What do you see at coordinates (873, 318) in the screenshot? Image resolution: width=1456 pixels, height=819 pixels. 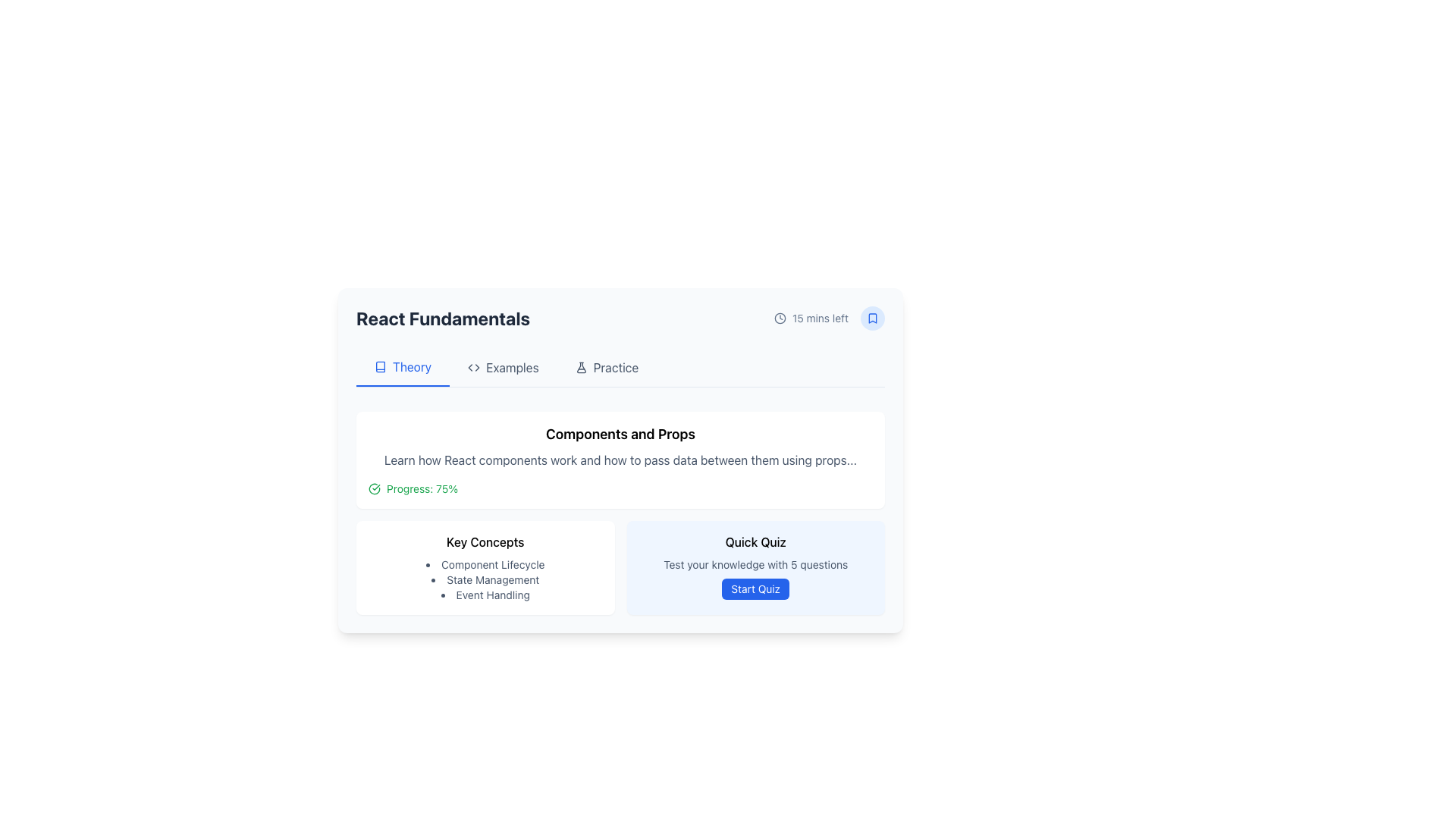 I see `the round light blue button with a blue bookmark icon located in the top-right corner of the 'React Fundamentals' card to bookmark or unbookmark` at bounding box center [873, 318].